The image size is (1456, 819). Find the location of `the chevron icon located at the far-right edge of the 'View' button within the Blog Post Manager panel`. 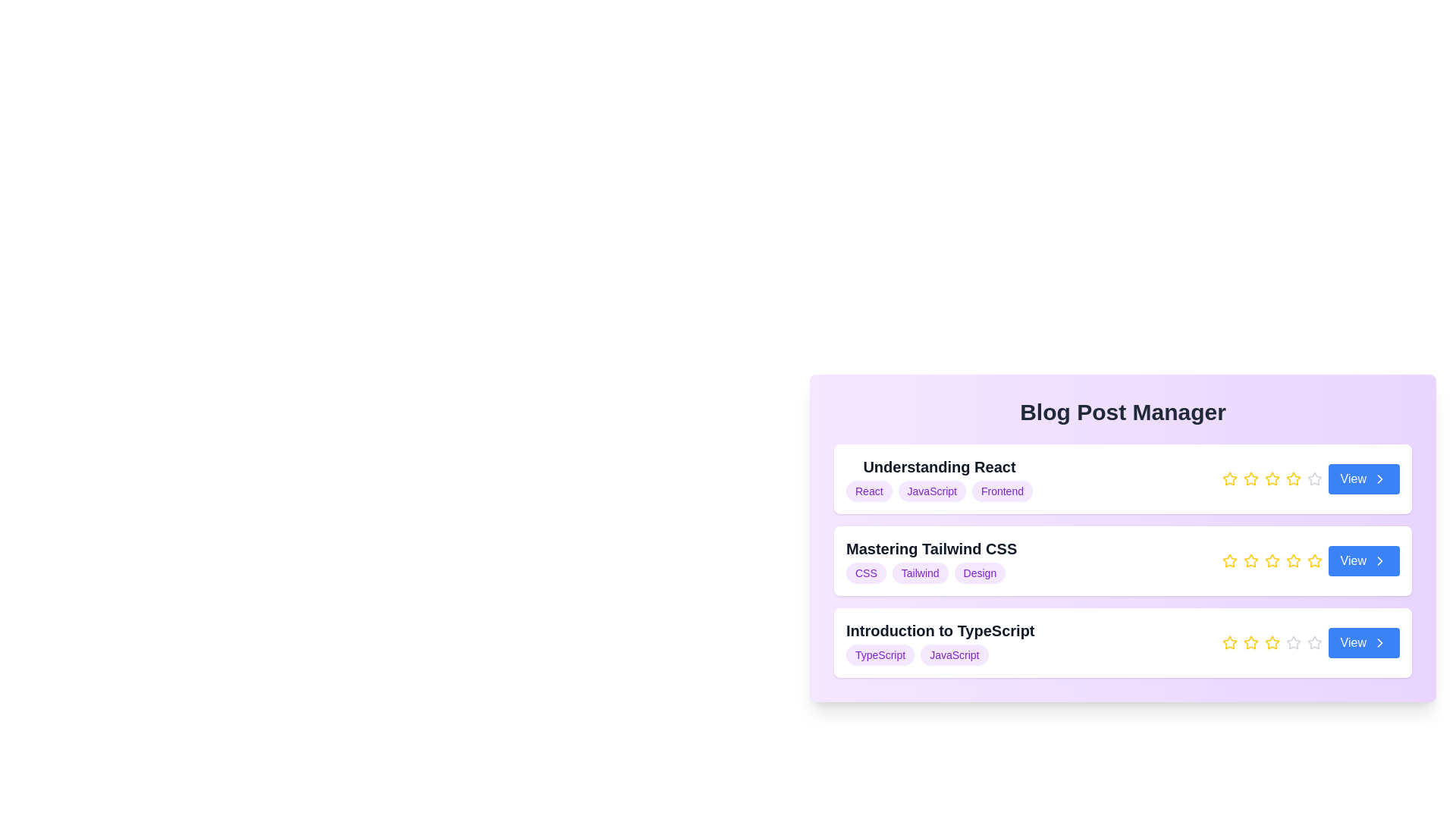

the chevron icon located at the far-right edge of the 'View' button within the Blog Post Manager panel is located at coordinates (1379, 561).